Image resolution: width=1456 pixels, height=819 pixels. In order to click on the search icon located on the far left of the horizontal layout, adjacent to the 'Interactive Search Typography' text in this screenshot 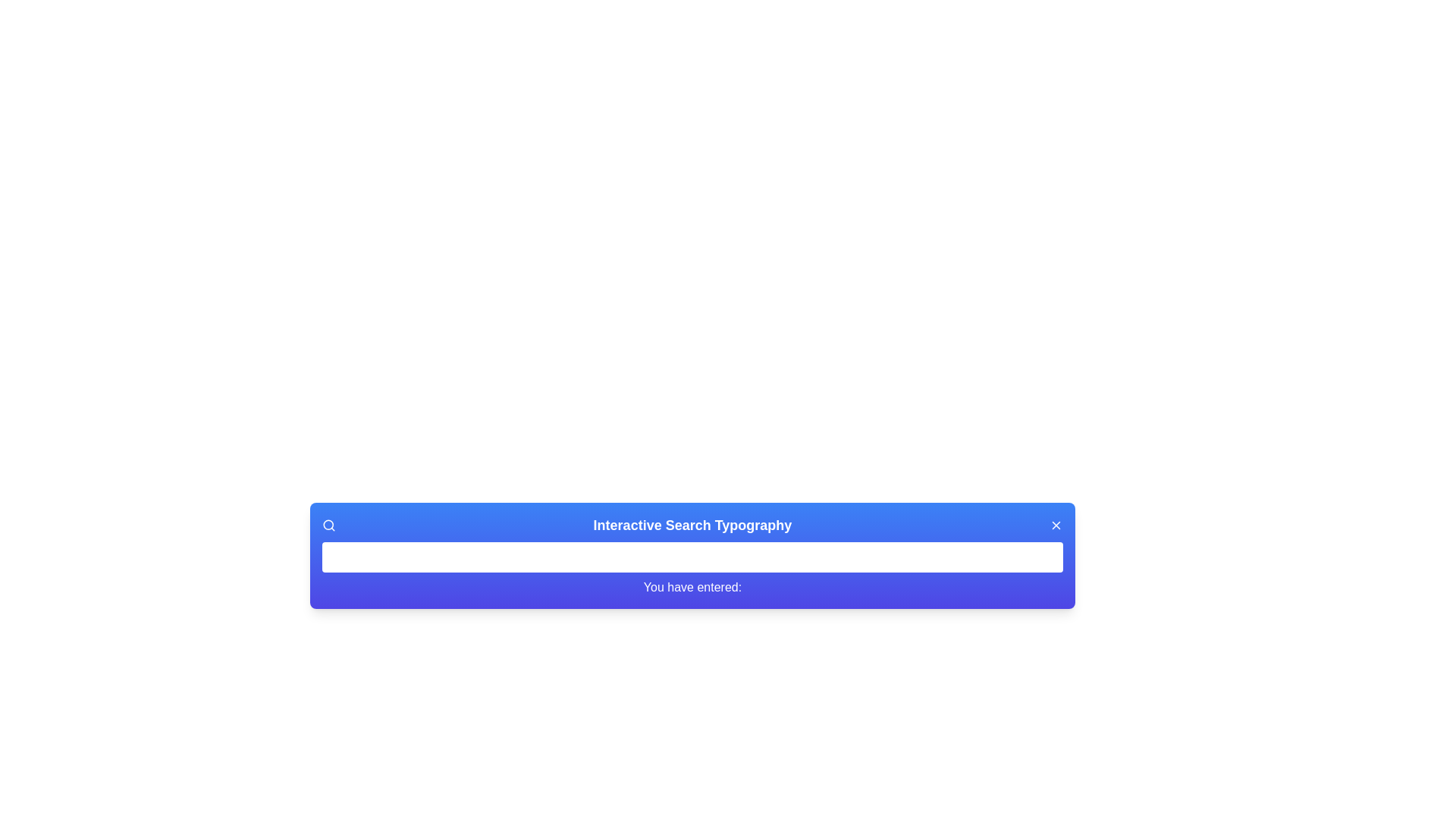, I will do `click(328, 525)`.